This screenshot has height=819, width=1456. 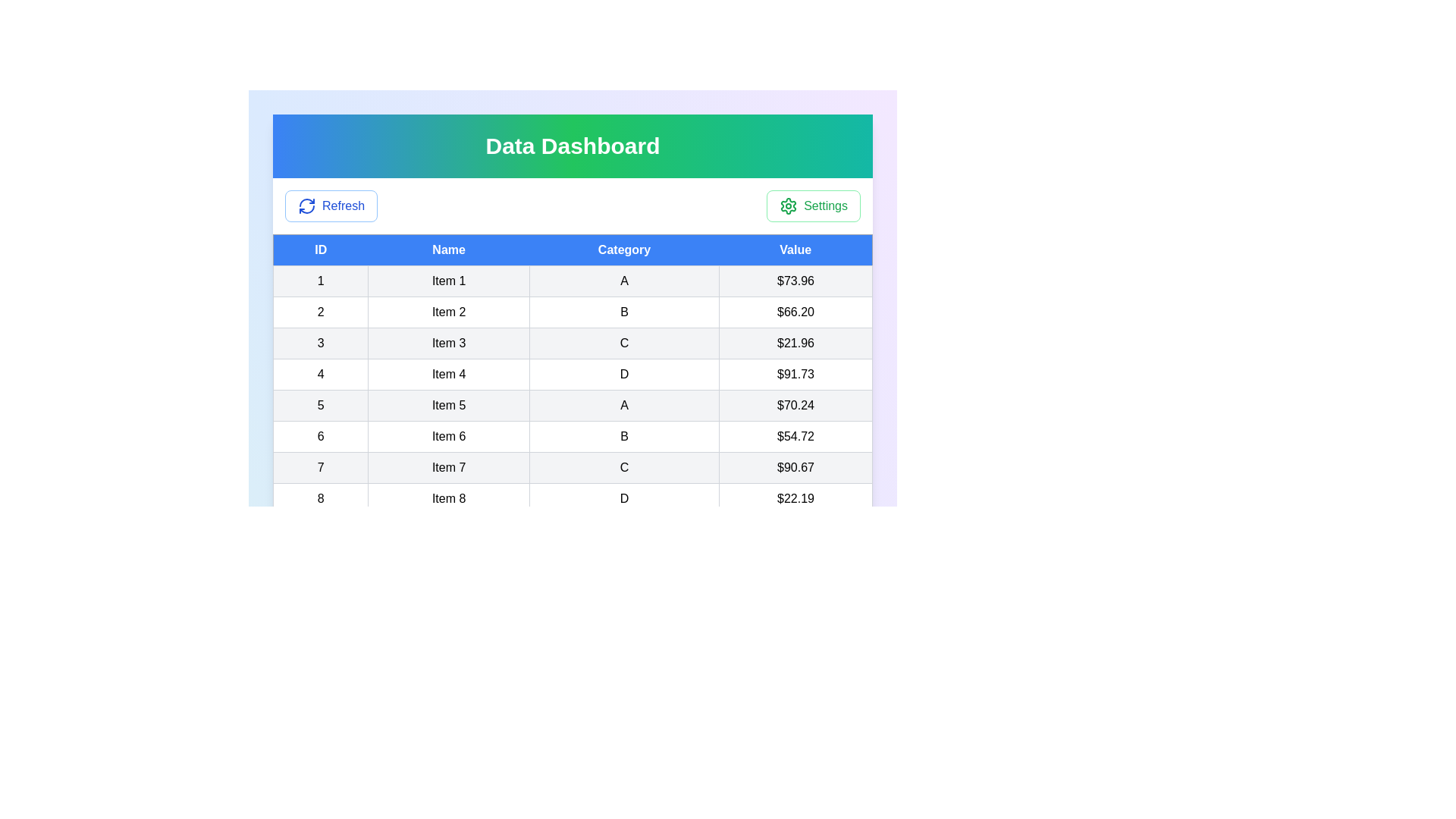 What do you see at coordinates (795, 249) in the screenshot?
I see `the table header Value to sort or filter the column` at bounding box center [795, 249].